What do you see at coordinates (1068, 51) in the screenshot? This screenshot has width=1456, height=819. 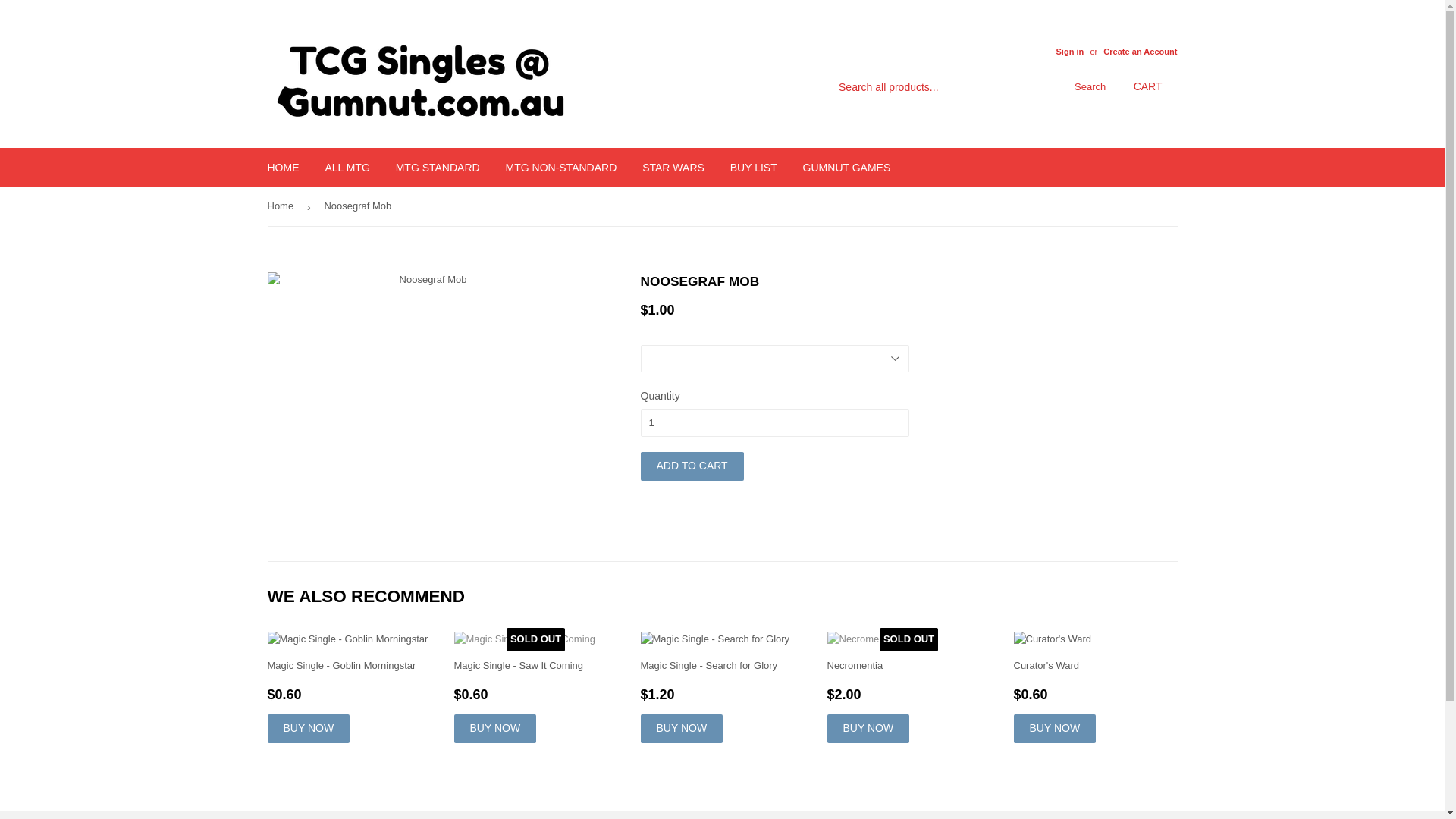 I see `'Sign in'` at bounding box center [1068, 51].